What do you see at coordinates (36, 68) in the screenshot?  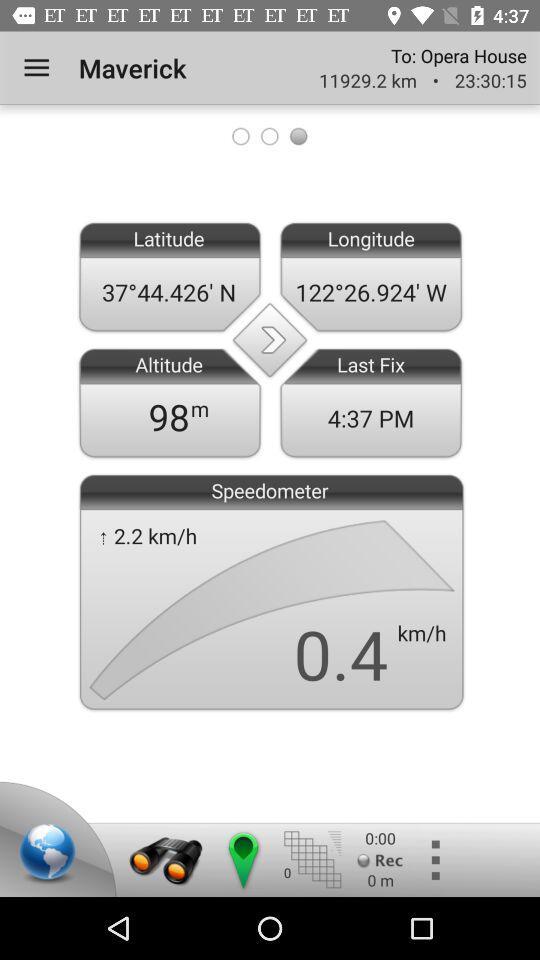 I see `item next to the maverick` at bounding box center [36, 68].